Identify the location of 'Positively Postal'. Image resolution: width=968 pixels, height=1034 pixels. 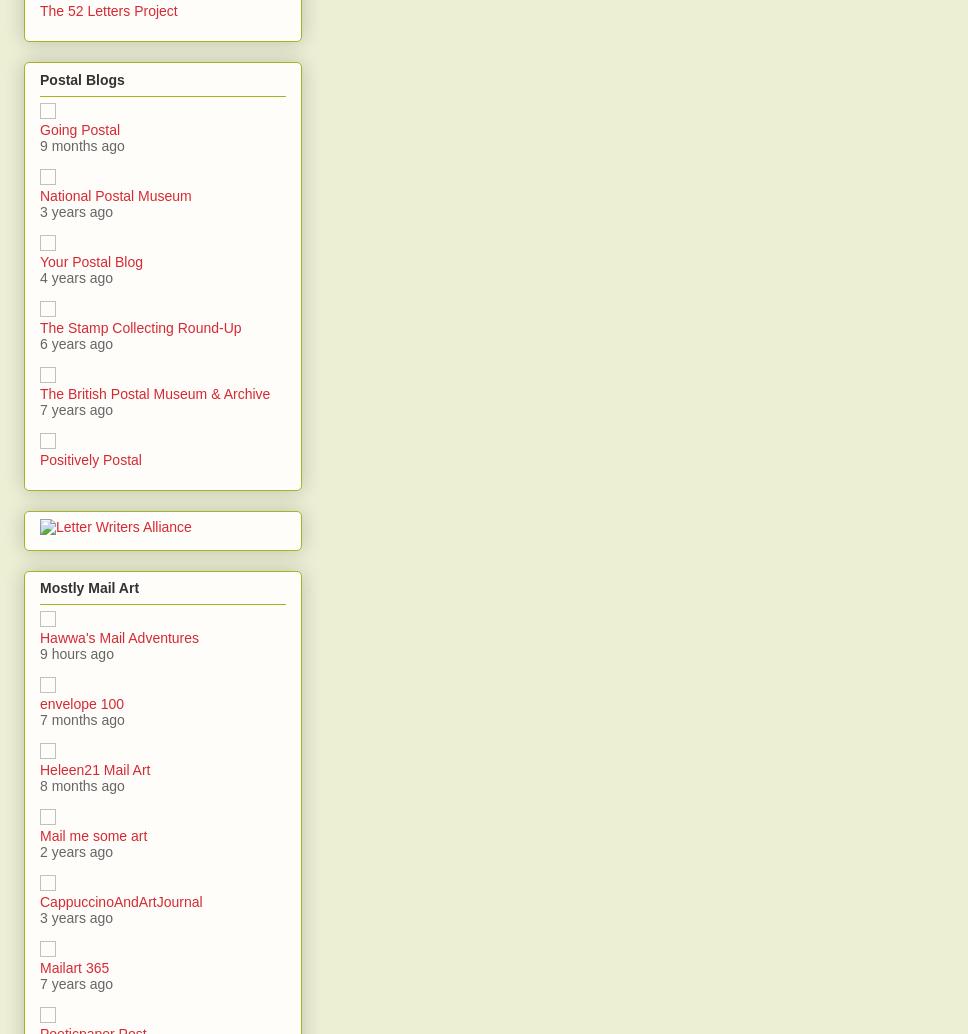
(90, 457).